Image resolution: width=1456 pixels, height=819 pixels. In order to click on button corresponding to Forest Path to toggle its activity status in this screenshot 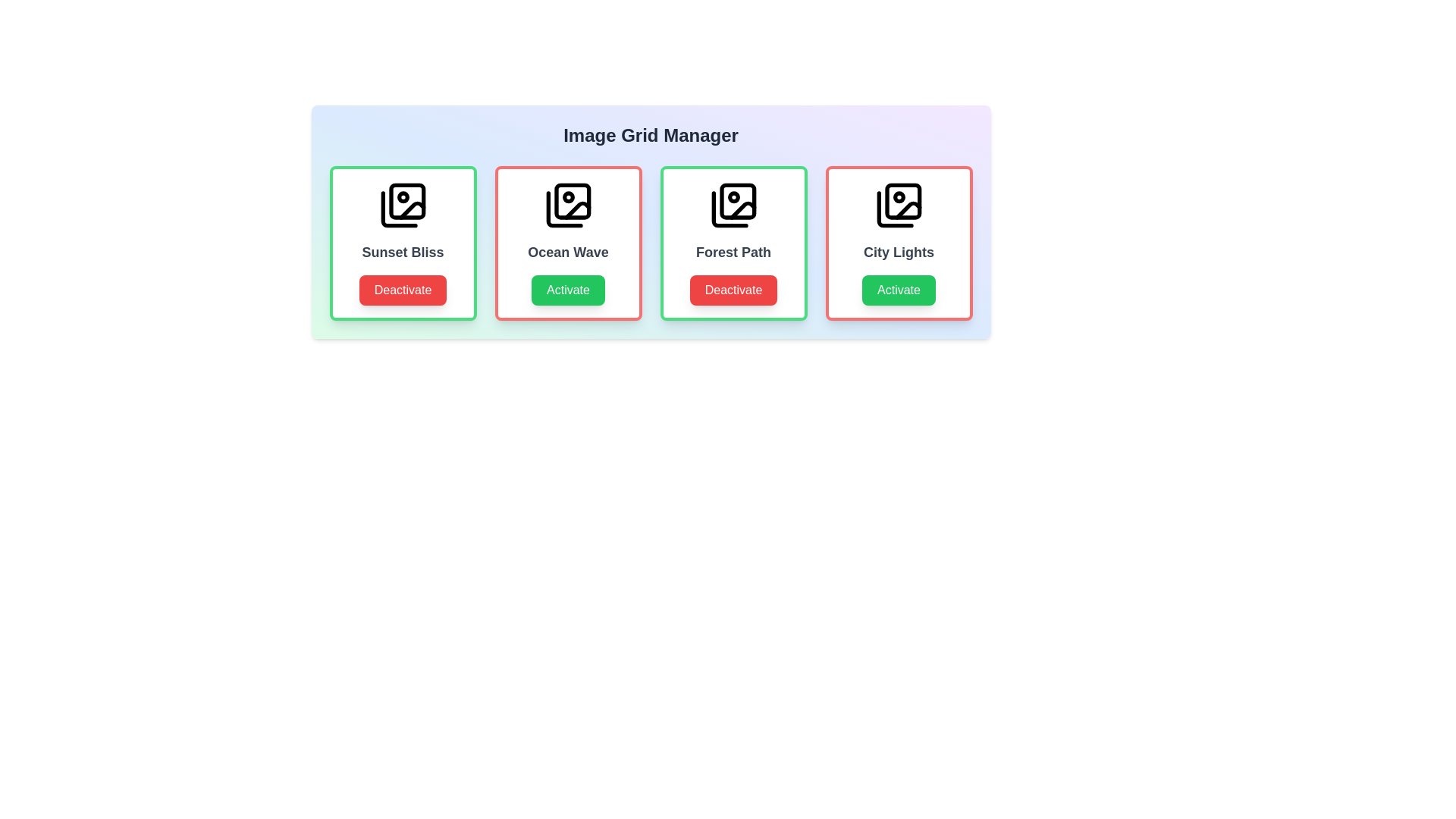, I will do `click(733, 290)`.